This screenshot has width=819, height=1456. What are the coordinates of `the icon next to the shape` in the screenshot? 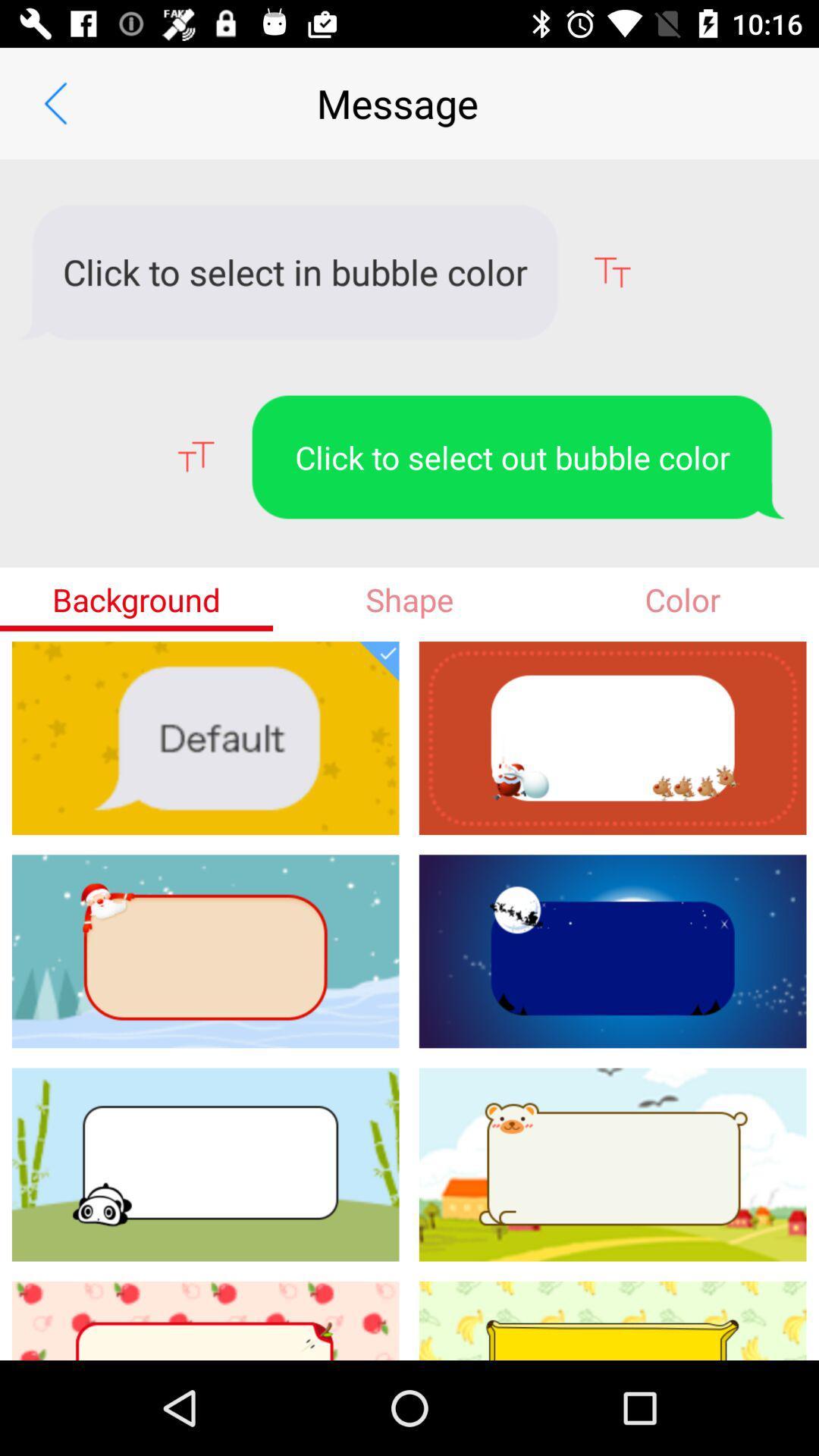 It's located at (136, 598).